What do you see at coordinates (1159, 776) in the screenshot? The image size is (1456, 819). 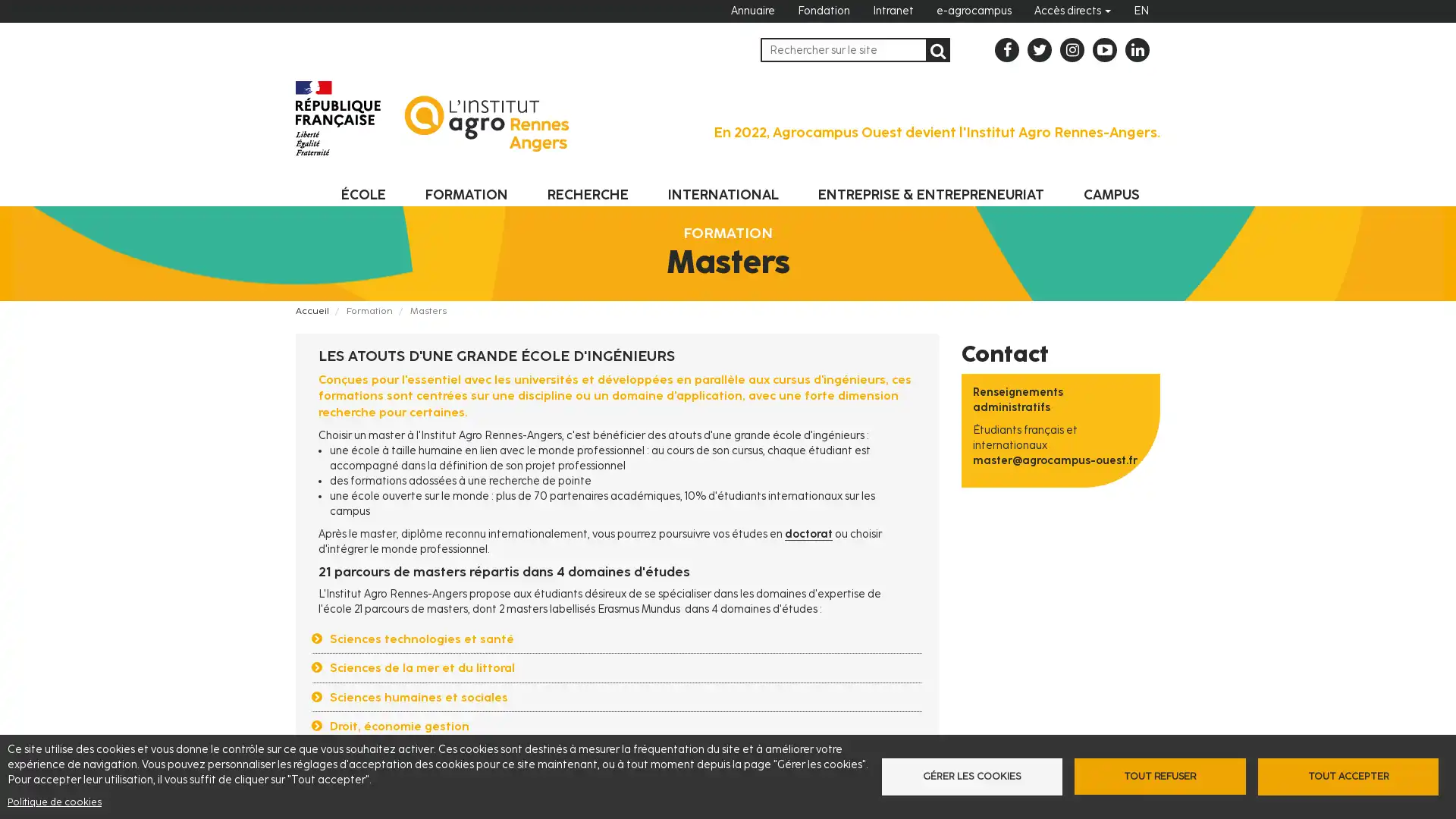 I see `TOUT REFUSER` at bounding box center [1159, 776].